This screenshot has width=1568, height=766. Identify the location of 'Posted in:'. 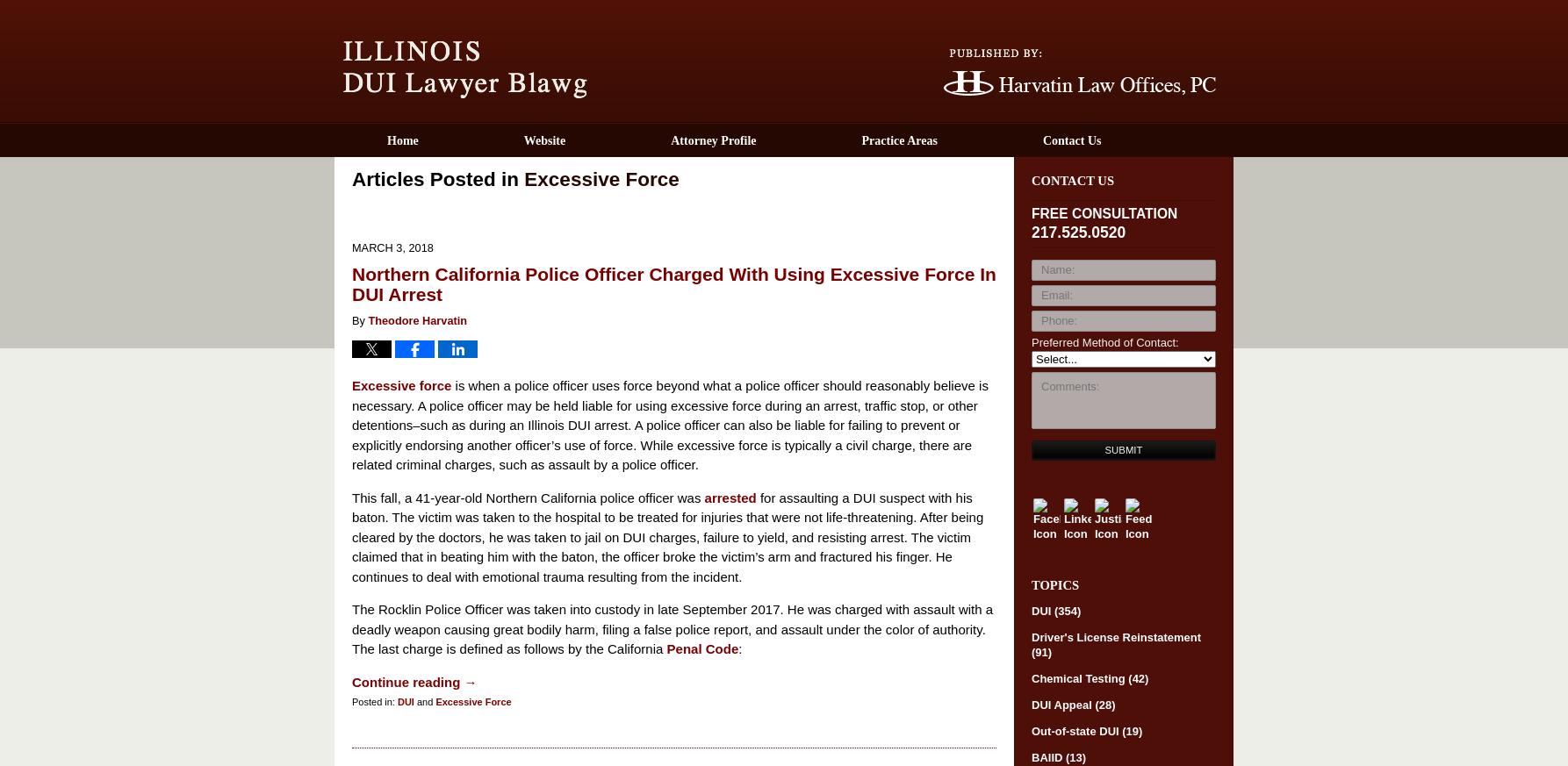
(373, 702).